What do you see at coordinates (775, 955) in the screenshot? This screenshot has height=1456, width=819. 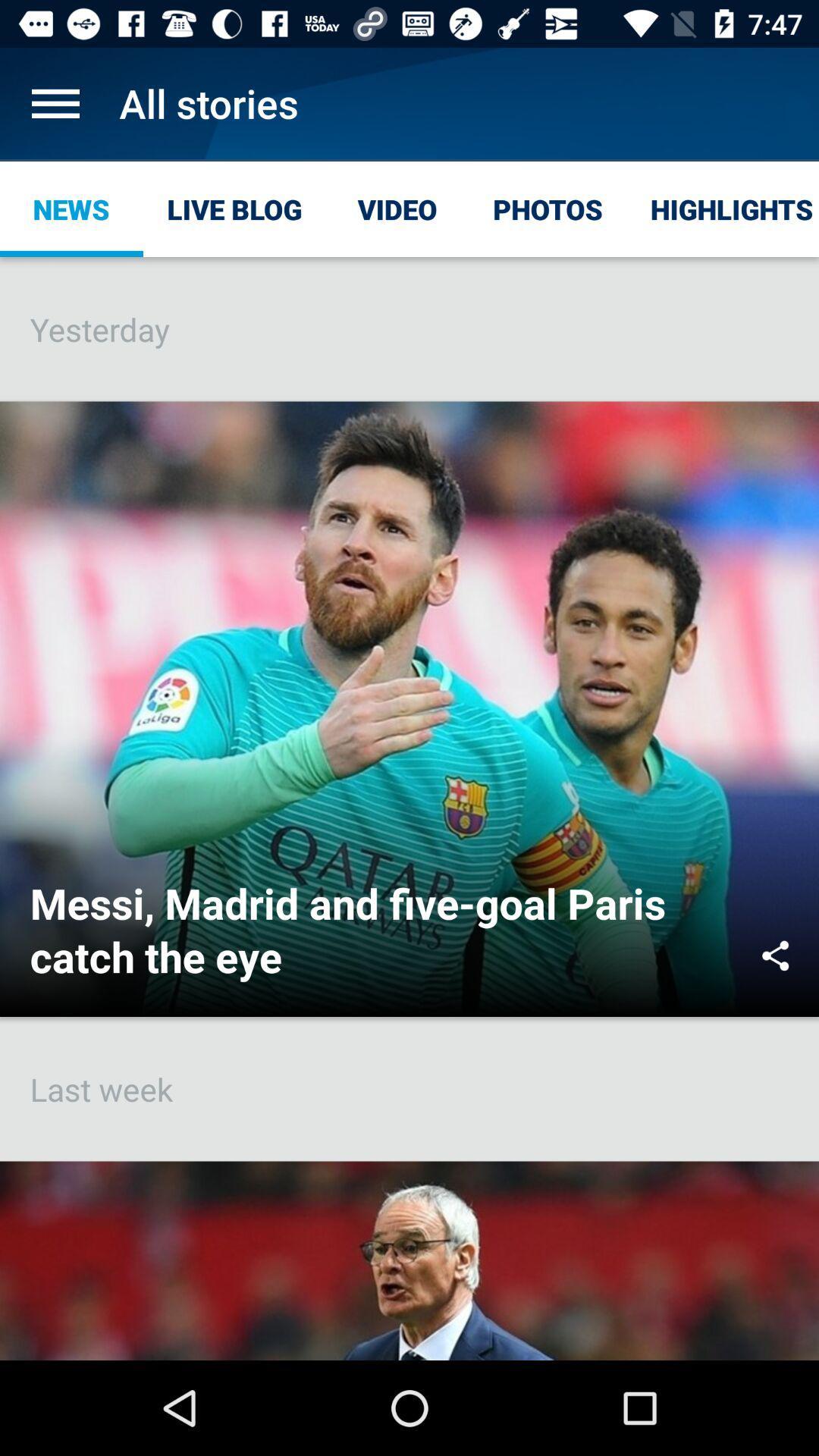 I see `icon above the last week item` at bounding box center [775, 955].